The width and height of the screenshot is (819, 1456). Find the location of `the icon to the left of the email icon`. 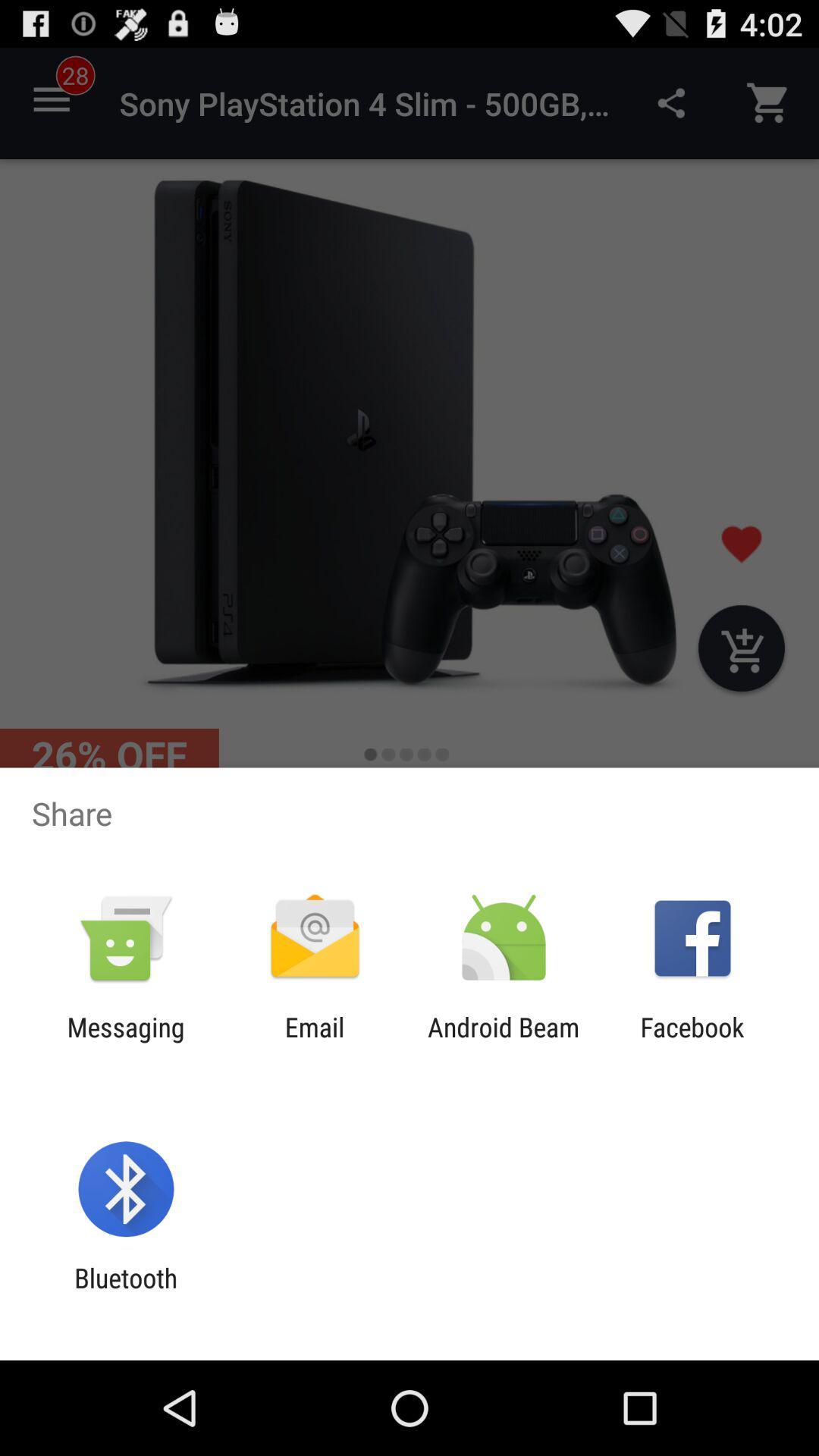

the icon to the left of the email icon is located at coordinates (125, 1042).